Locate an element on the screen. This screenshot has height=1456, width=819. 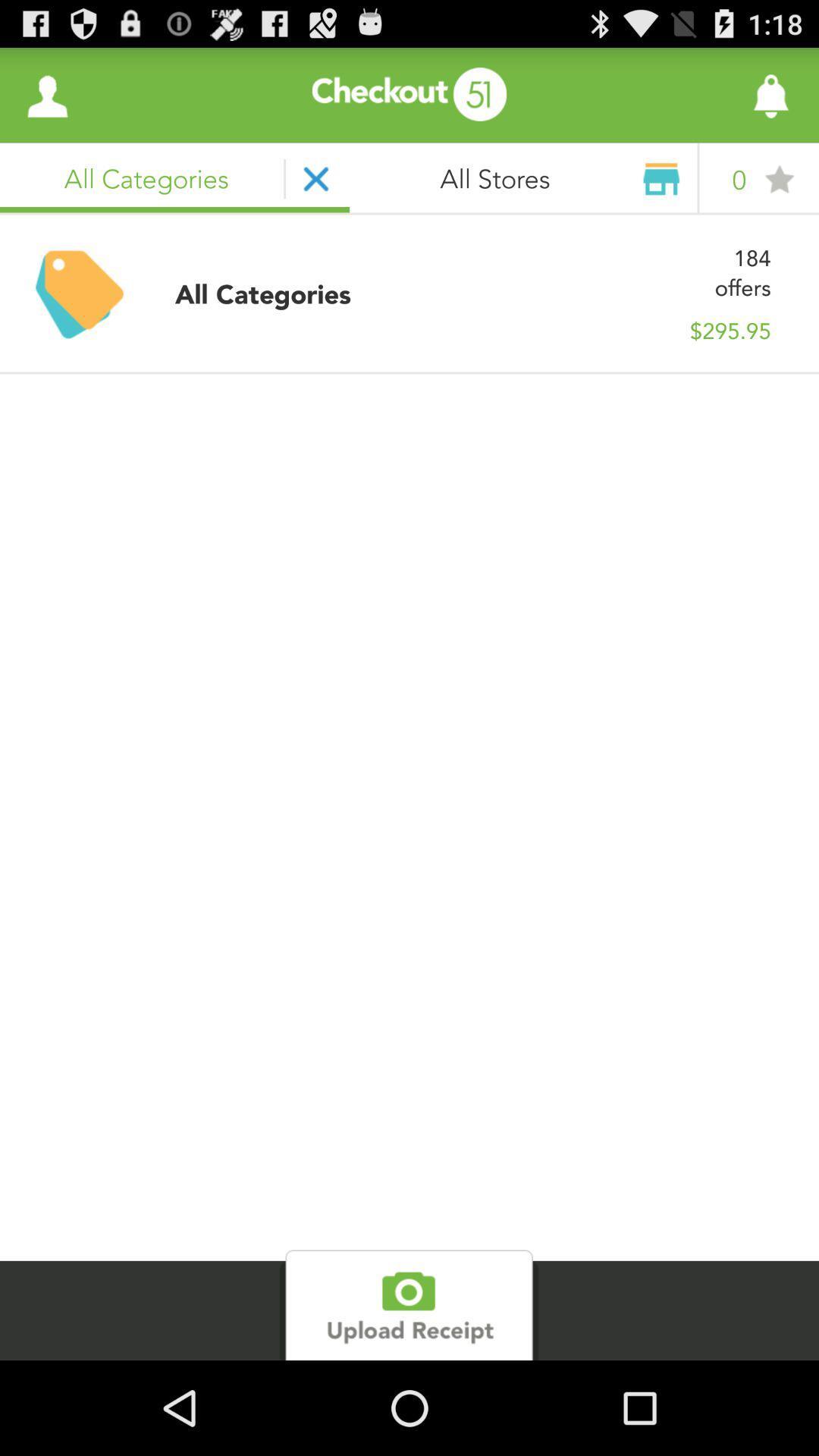
the avatar icon is located at coordinates (46, 101).